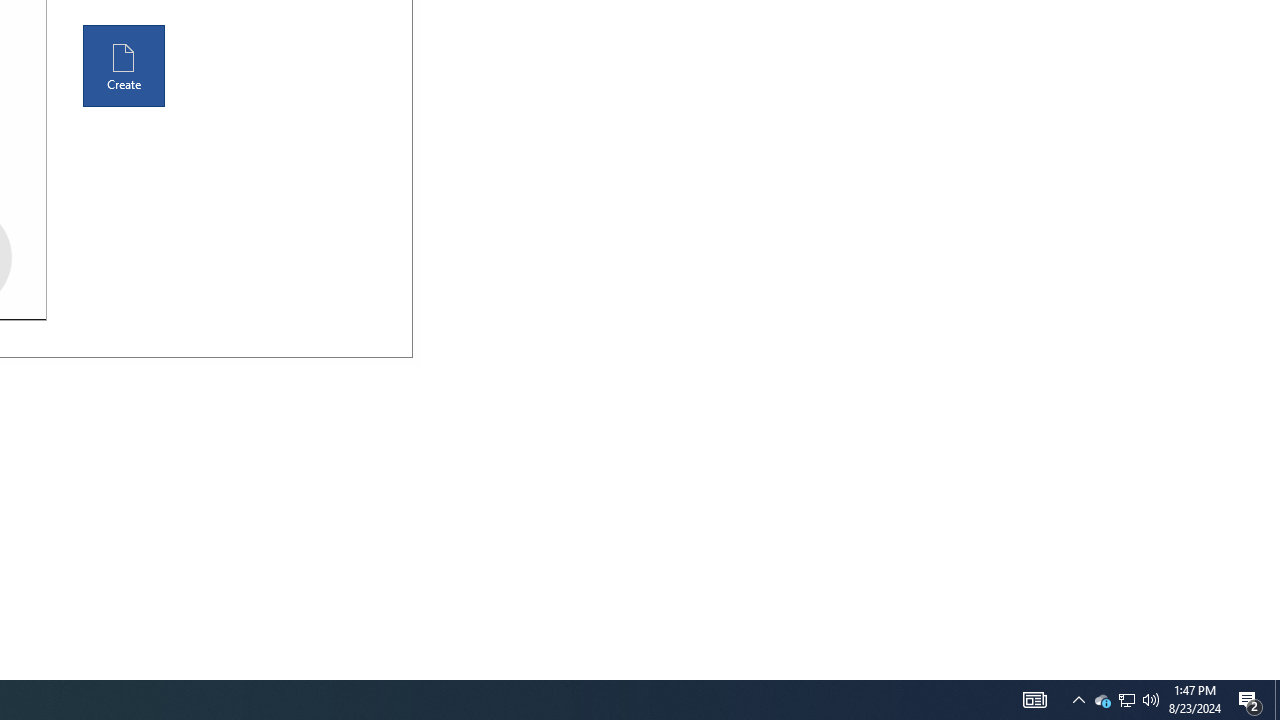  I want to click on 'Create', so click(123, 65).